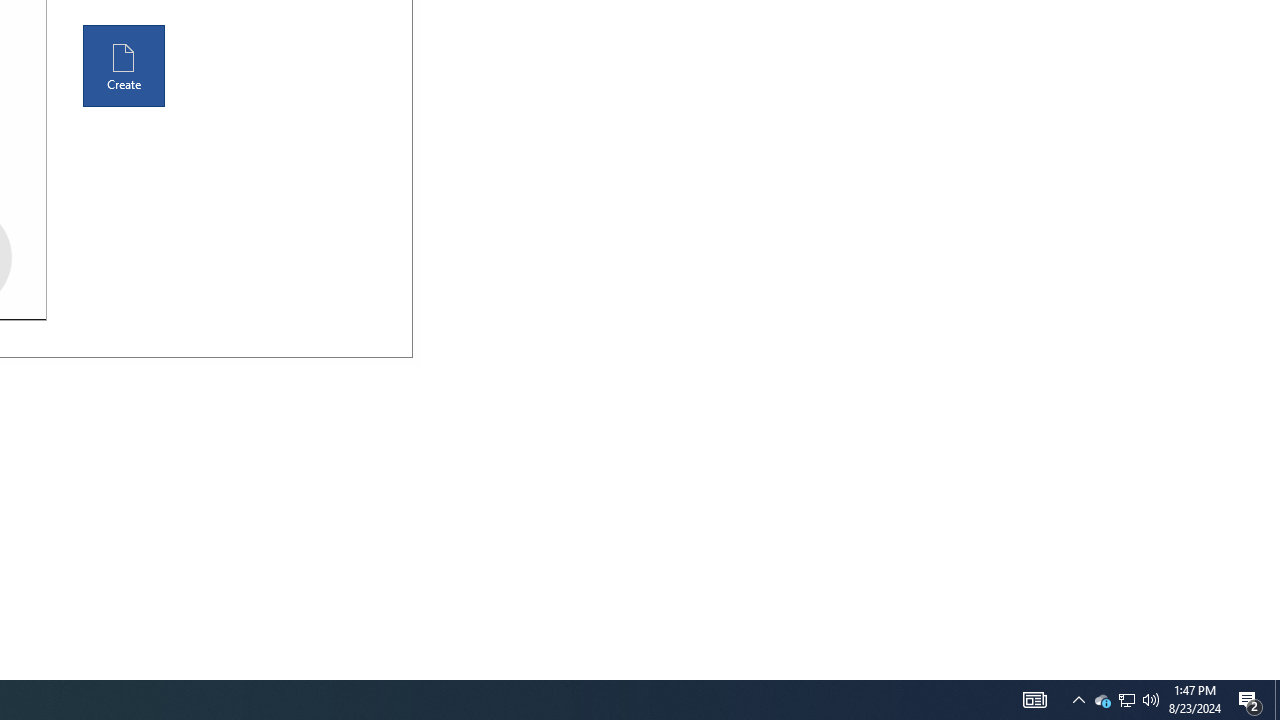  I want to click on 'Create', so click(123, 65).